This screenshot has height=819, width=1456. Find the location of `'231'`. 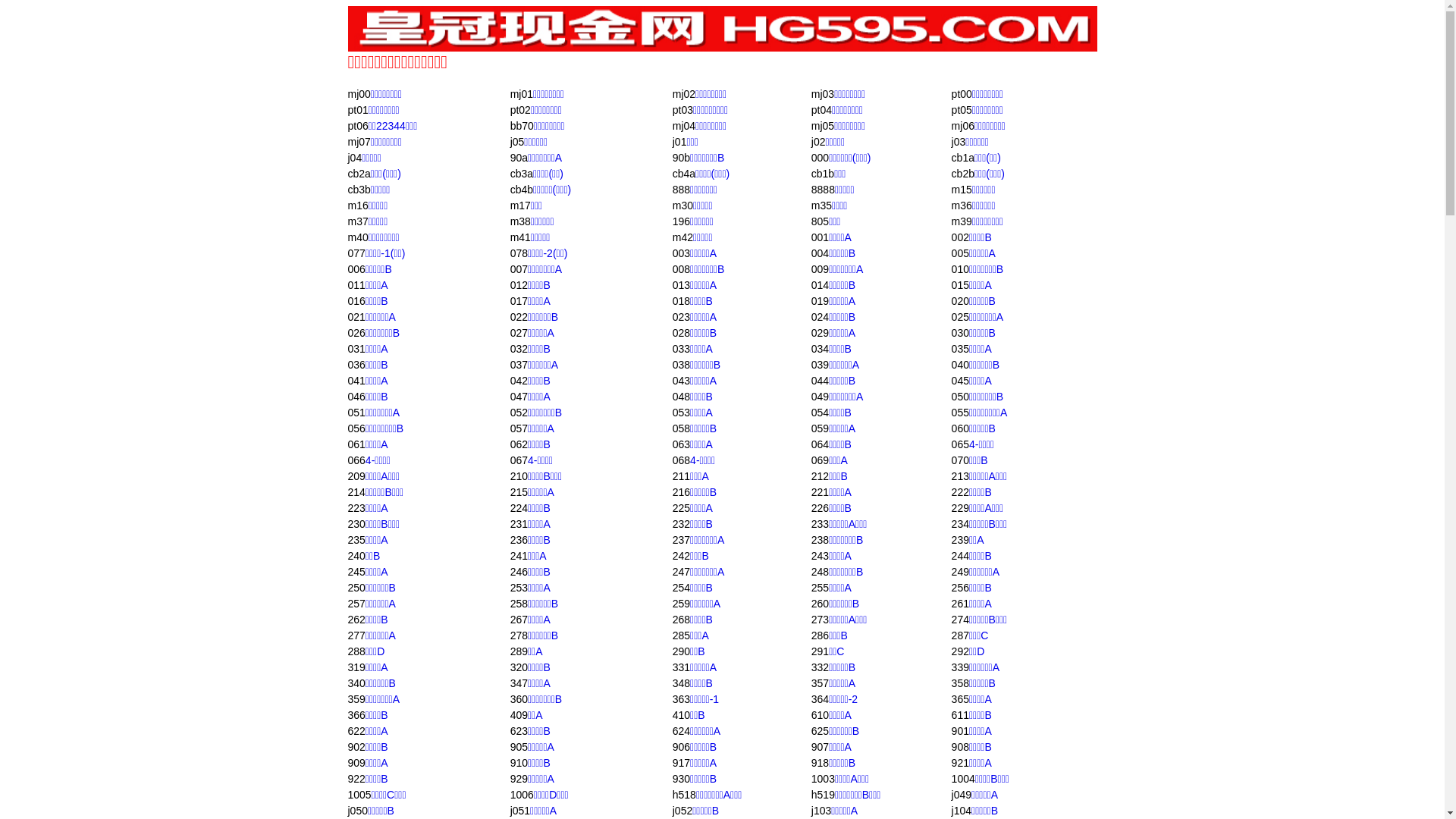

'231' is located at coordinates (519, 522).